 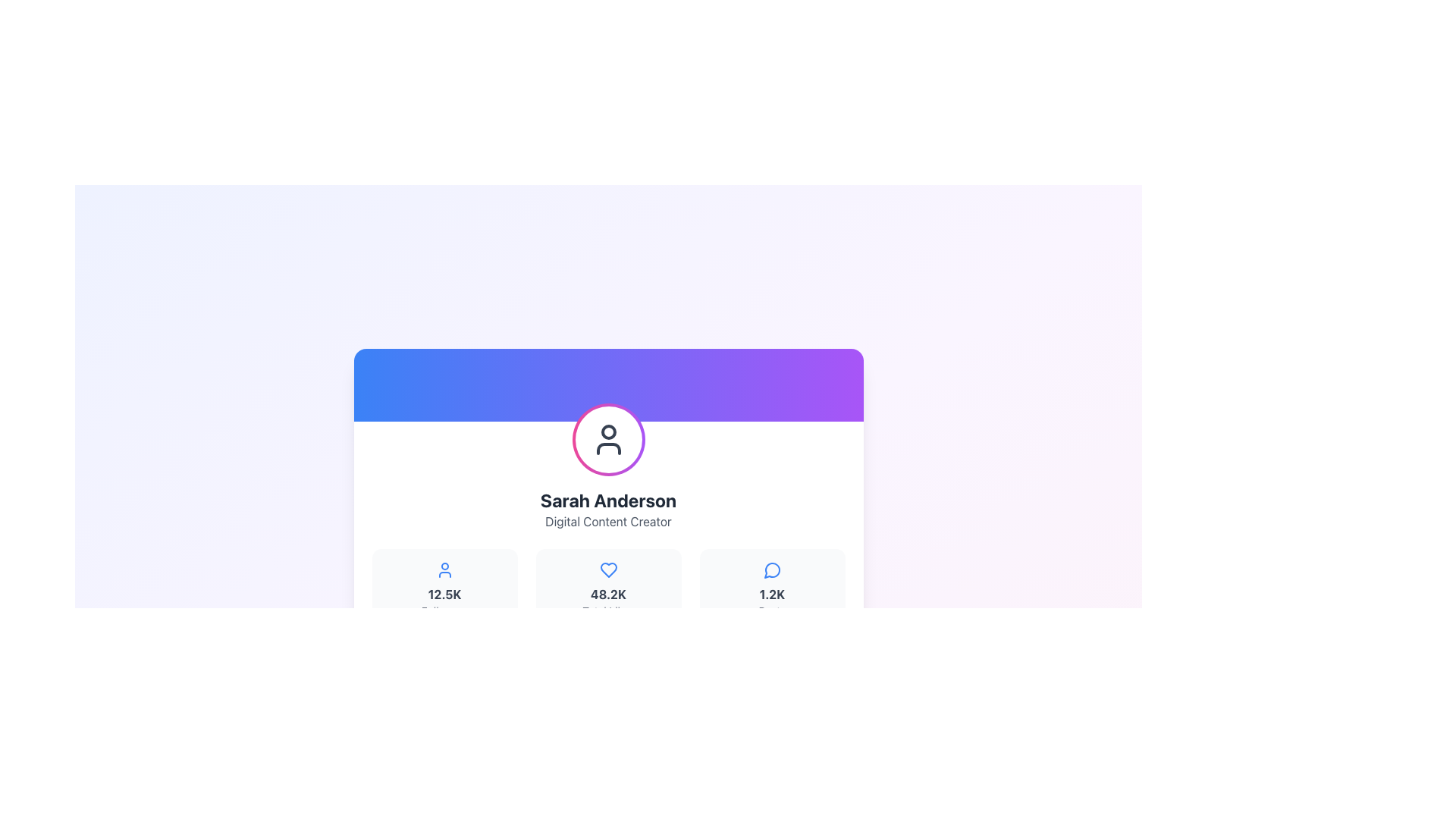 I want to click on the text label that conveys the quantity '1.2K', which is positioned above the 'Posts' label and below a chat bubble icon, so click(x=772, y=593).